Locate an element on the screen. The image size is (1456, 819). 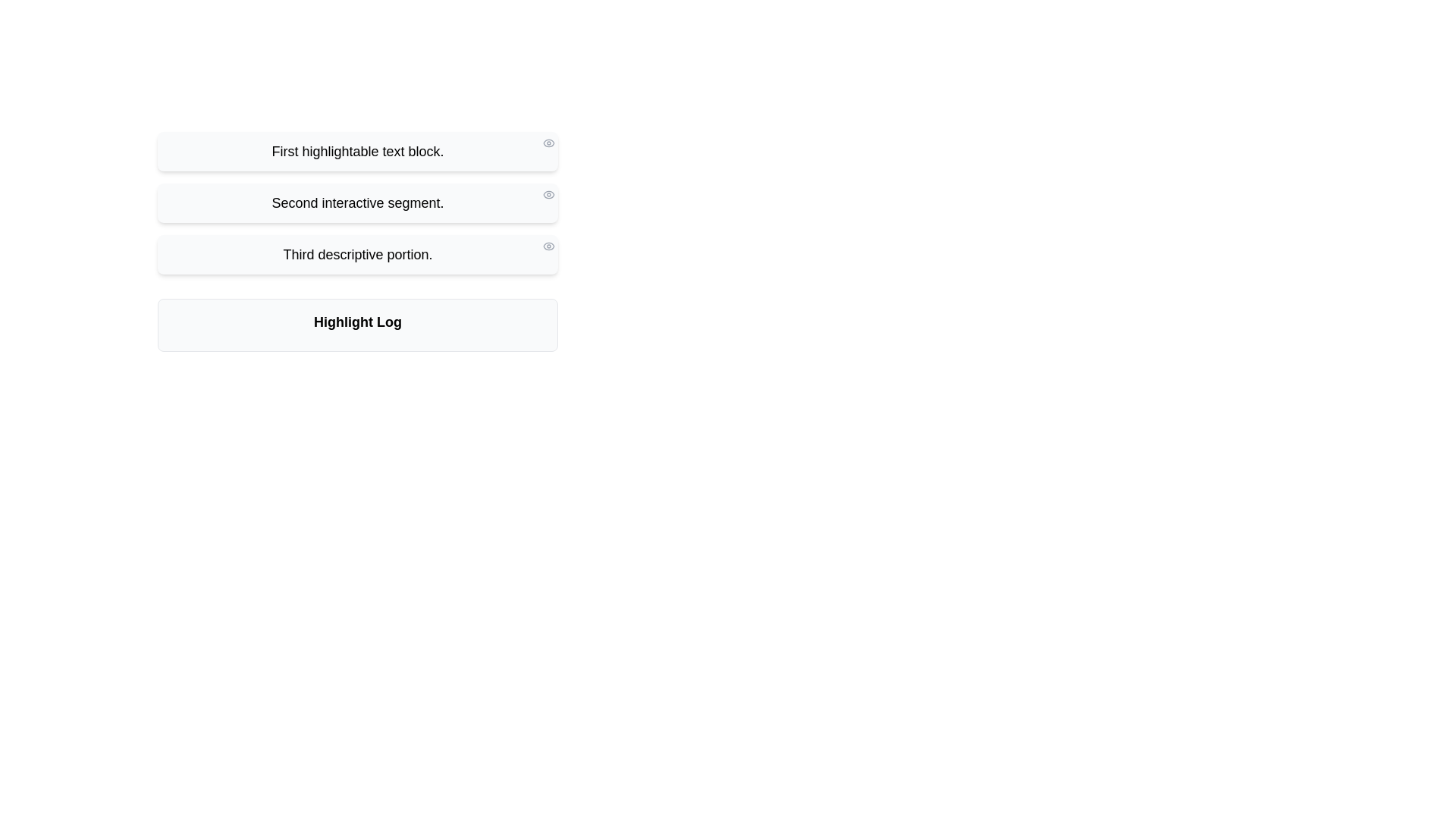
the visibility toggle icon located on the upper-right corner of the second interactive segment is located at coordinates (548, 194).